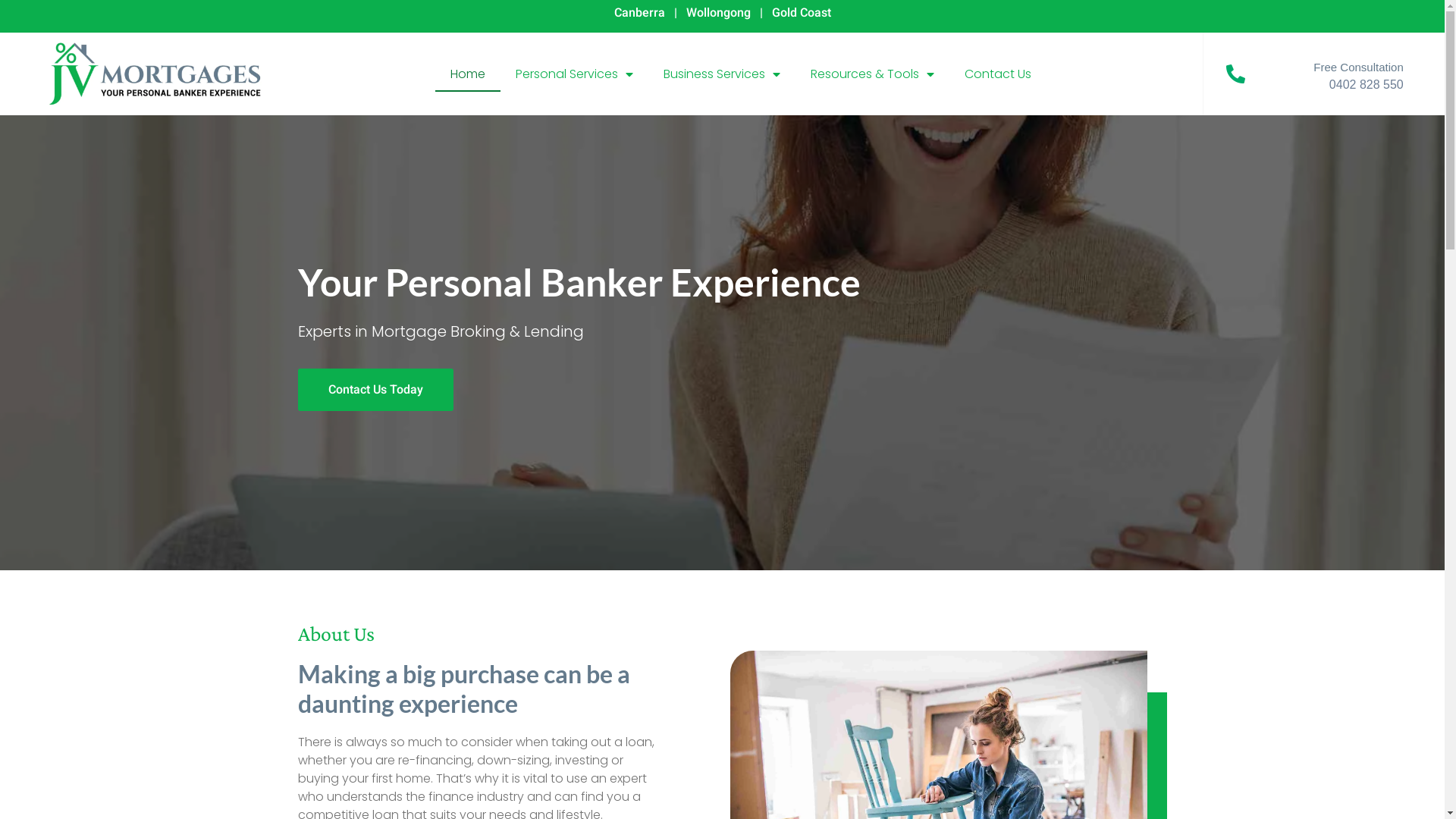  I want to click on 'Resources & Tools', so click(872, 74).